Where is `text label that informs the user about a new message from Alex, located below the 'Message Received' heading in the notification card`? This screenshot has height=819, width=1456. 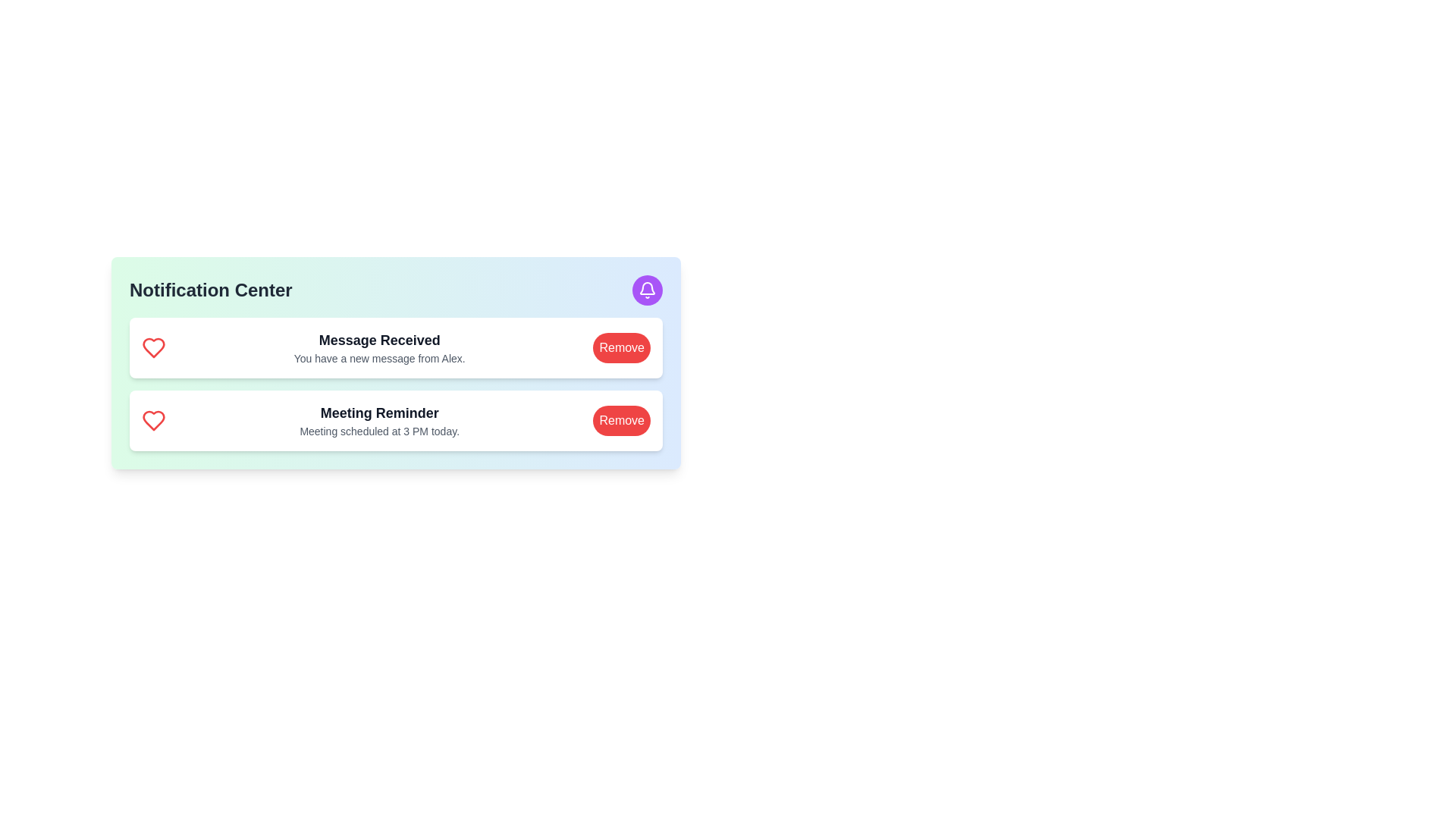 text label that informs the user about a new message from Alex, located below the 'Message Received' heading in the notification card is located at coordinates (379, 359).